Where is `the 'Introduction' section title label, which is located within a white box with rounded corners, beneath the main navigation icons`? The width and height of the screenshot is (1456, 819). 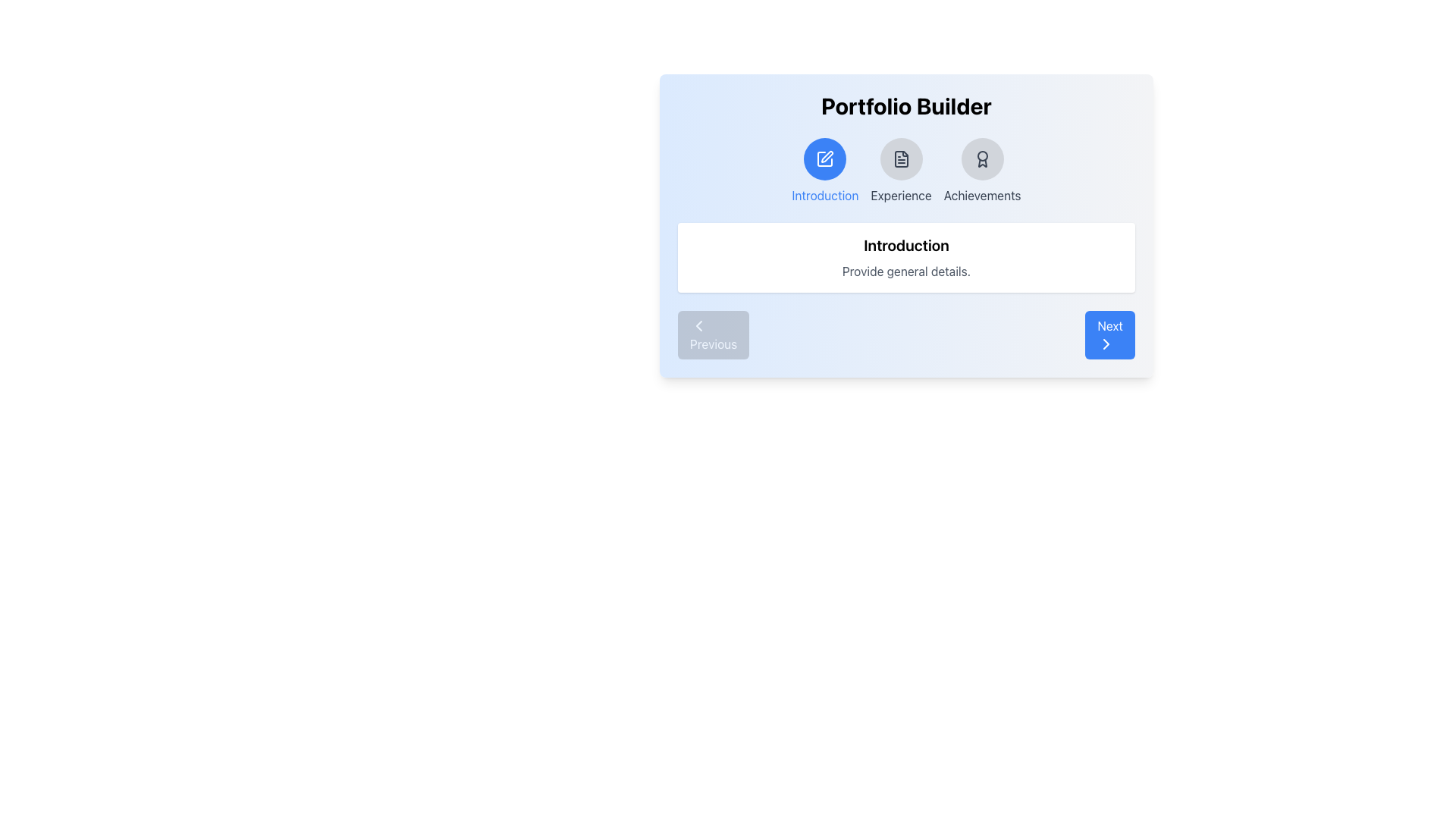
the 'Introduction' section title label, which is located within a white box with rounded corners, beneath the main navigation icons is located at coordinates (906, 245).